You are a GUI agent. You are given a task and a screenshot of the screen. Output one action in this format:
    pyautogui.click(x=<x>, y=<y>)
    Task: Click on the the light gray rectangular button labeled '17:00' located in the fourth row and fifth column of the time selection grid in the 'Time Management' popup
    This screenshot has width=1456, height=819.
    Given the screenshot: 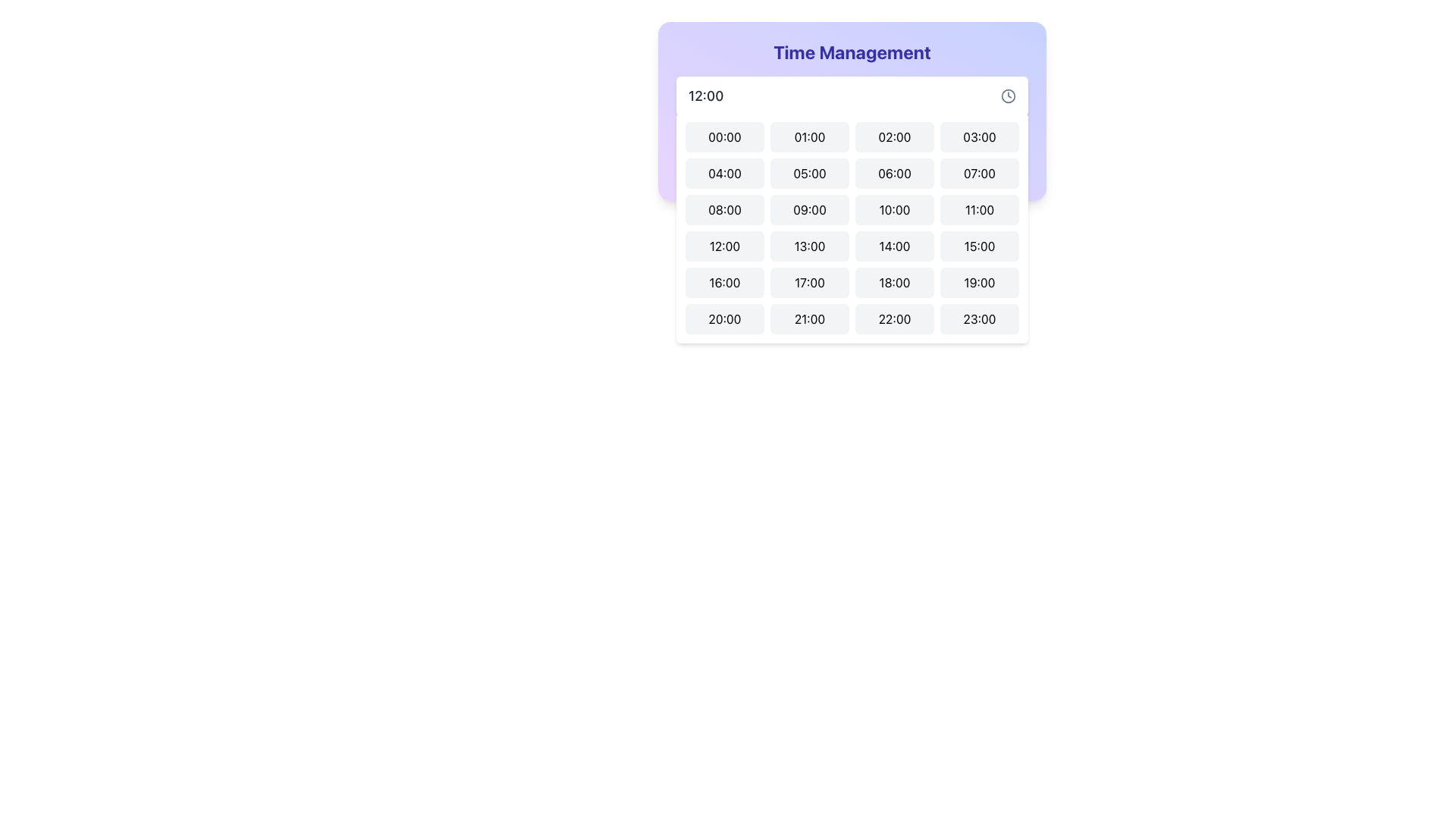 What is the action you would take?
    pyautogui.click(x=809, y=283)
    